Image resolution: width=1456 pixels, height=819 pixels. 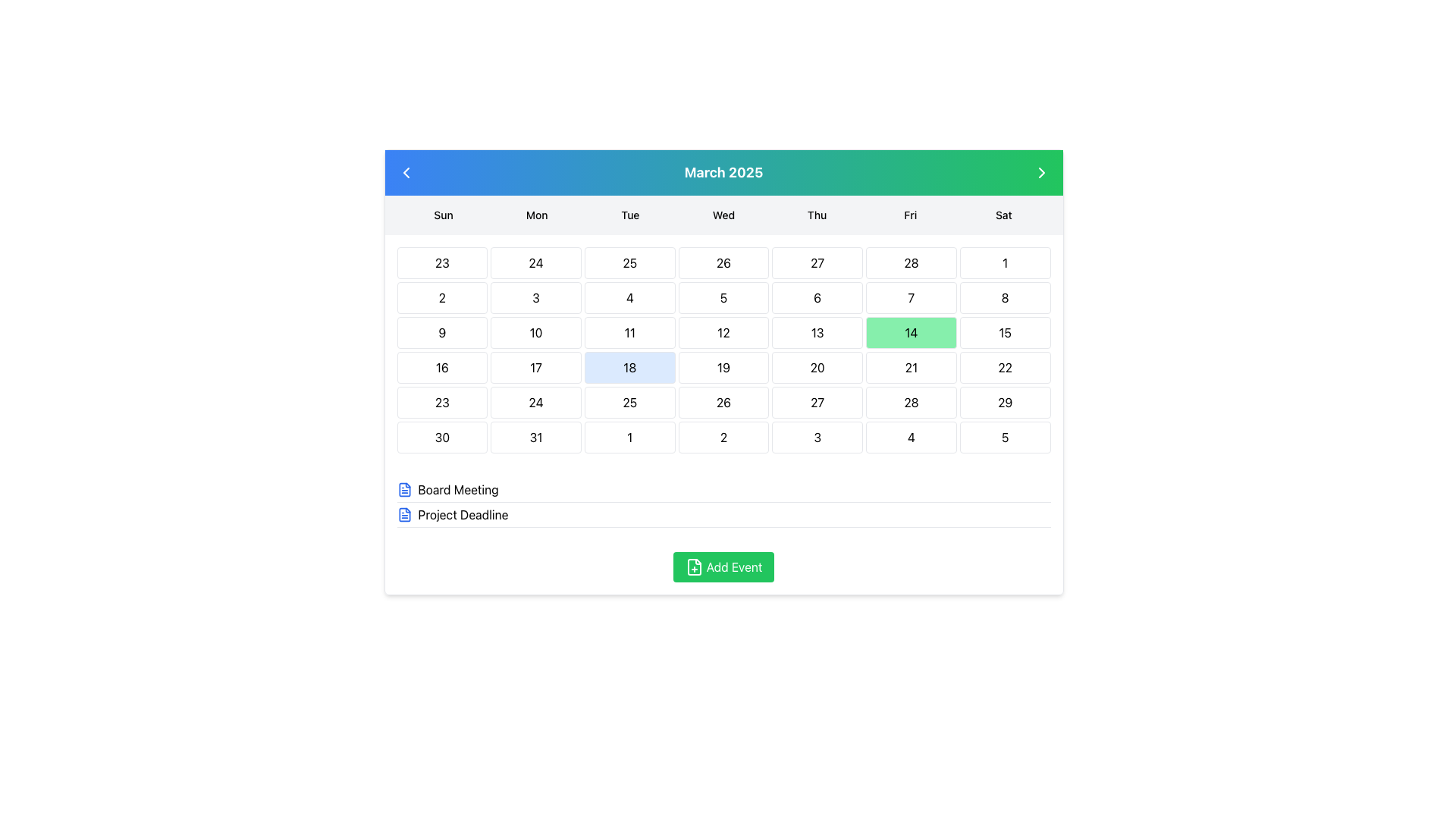 I want to click on the green 'Add Event' button located at the bottom of the interface, so click(x=723, y=567).